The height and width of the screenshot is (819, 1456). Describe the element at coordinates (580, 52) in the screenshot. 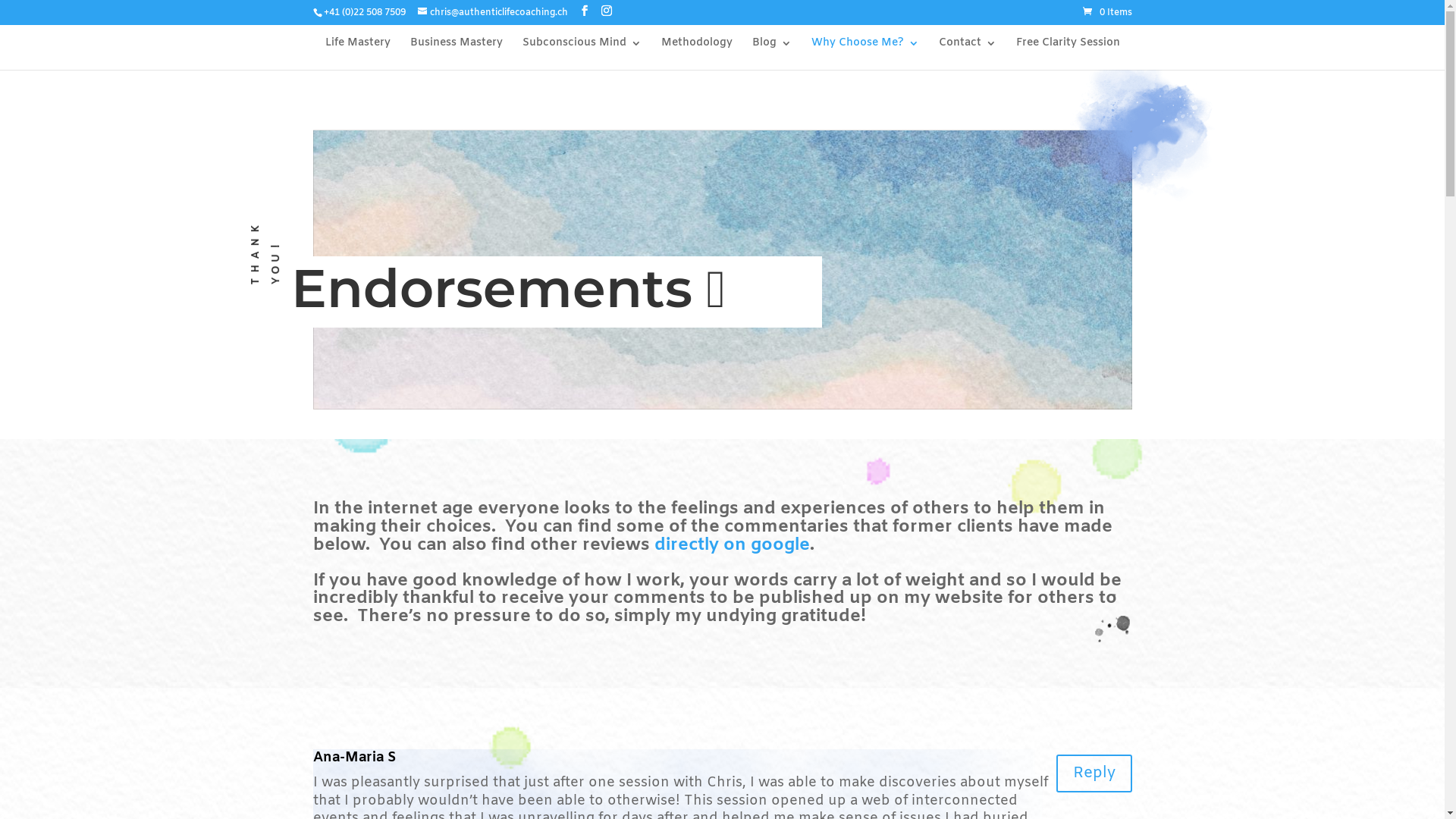

I see `'Subconscious Mind'` at that location.